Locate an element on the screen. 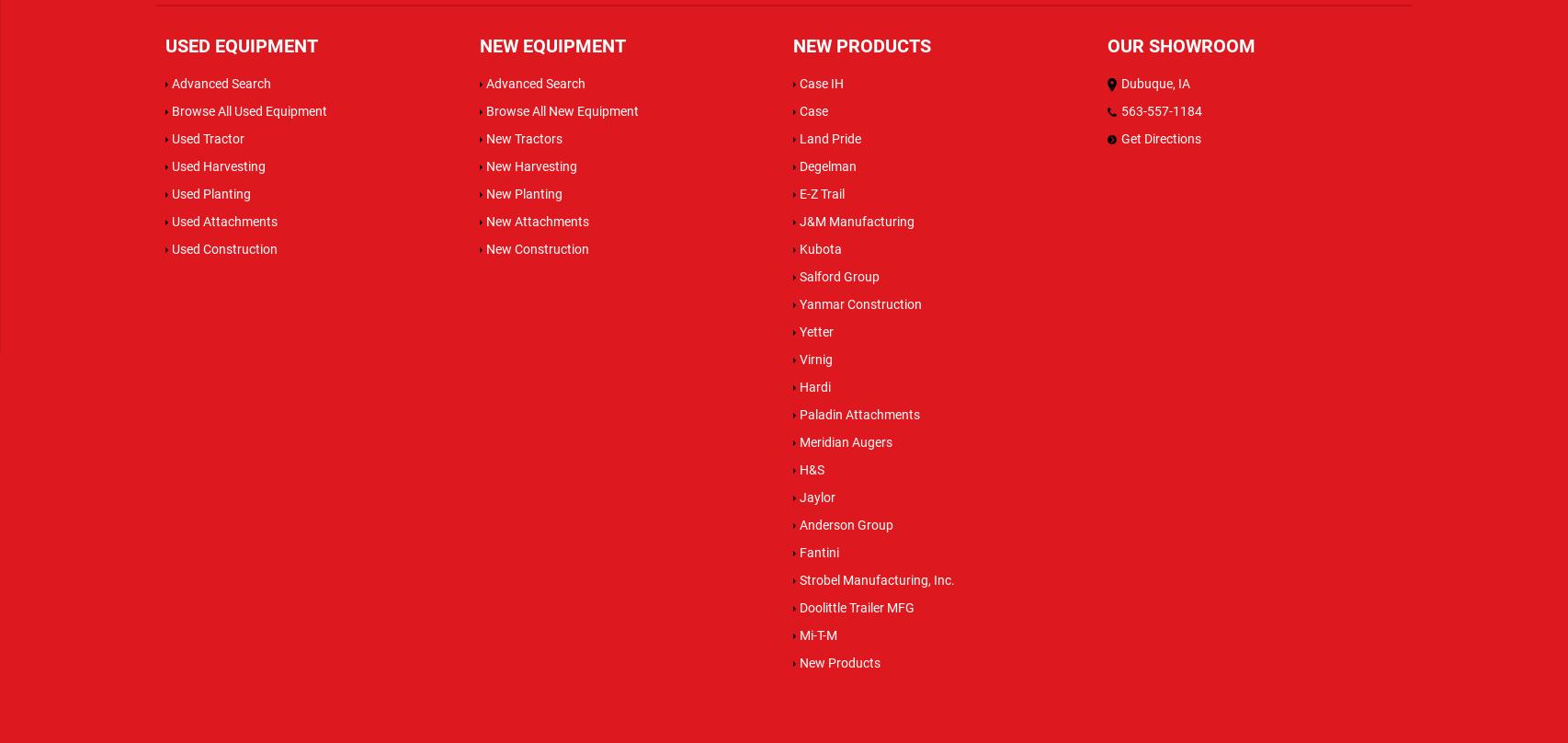 This screenshot has height=743, width=1568. 'Anderson Group' is located at coordinates (846, 522).